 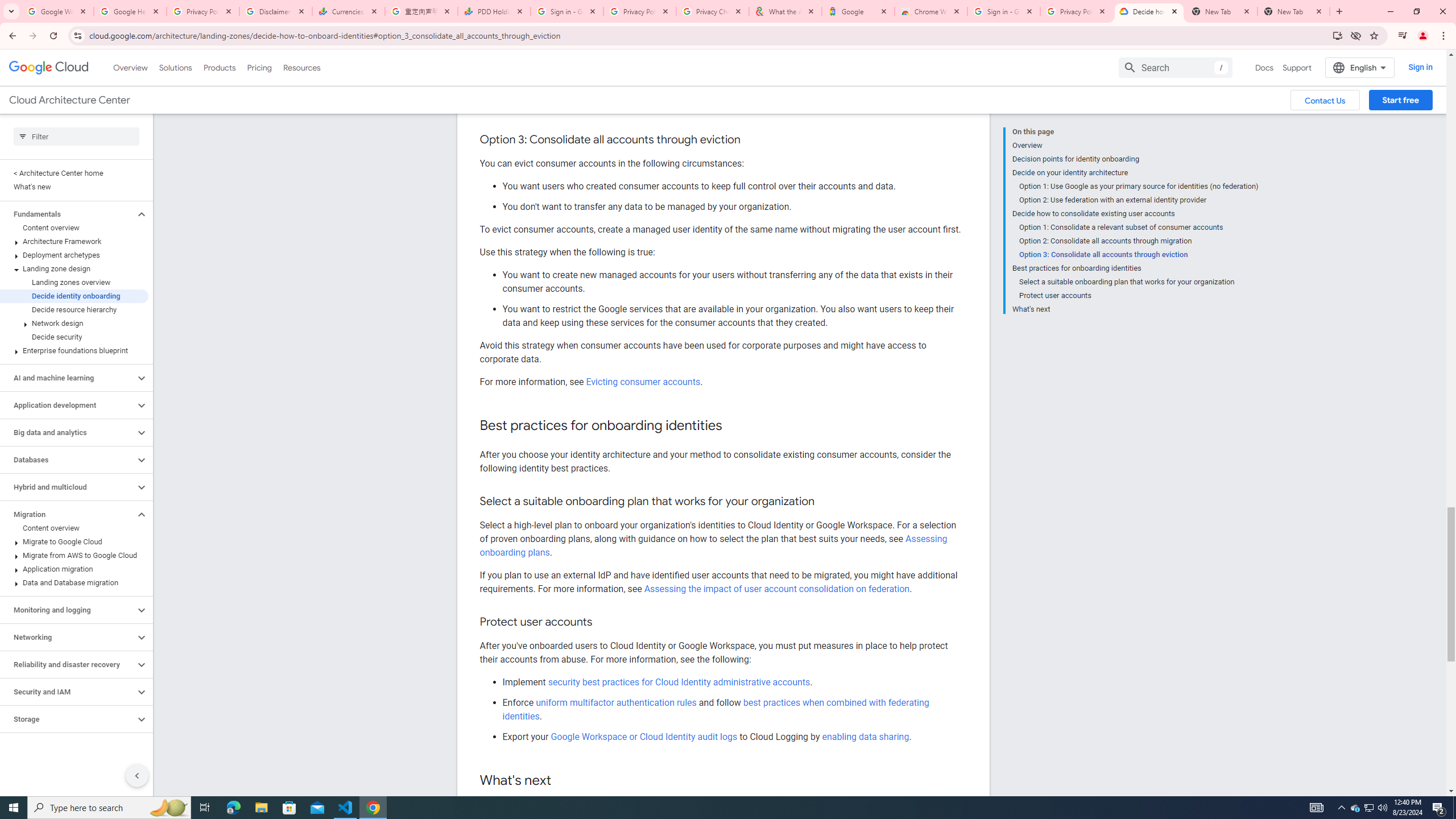 I want to click on 'Decide identity onboarding', so click(x=74, y=296).